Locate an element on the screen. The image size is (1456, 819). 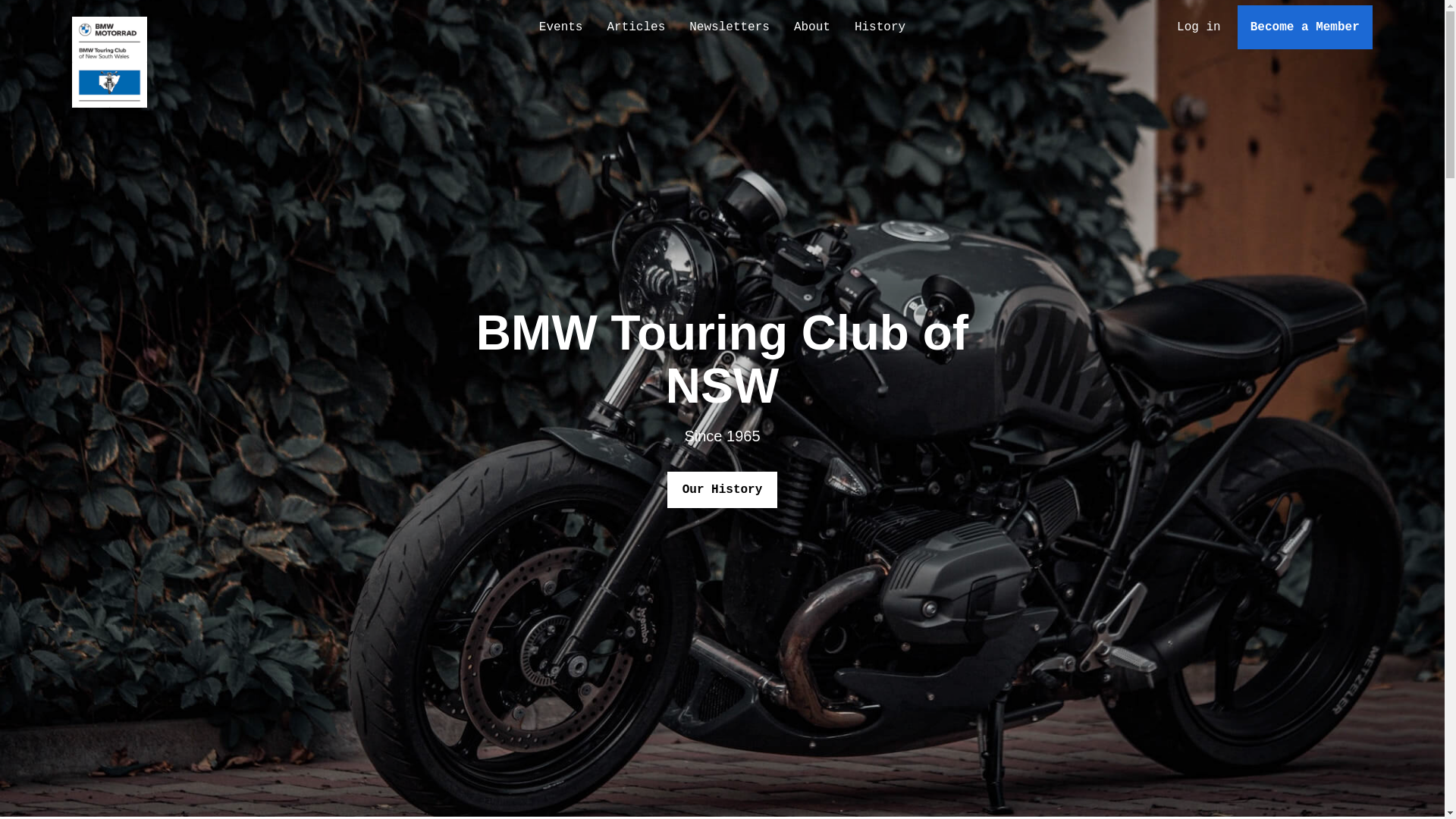
'Become a Member' is located at coordinates (1304, 27).